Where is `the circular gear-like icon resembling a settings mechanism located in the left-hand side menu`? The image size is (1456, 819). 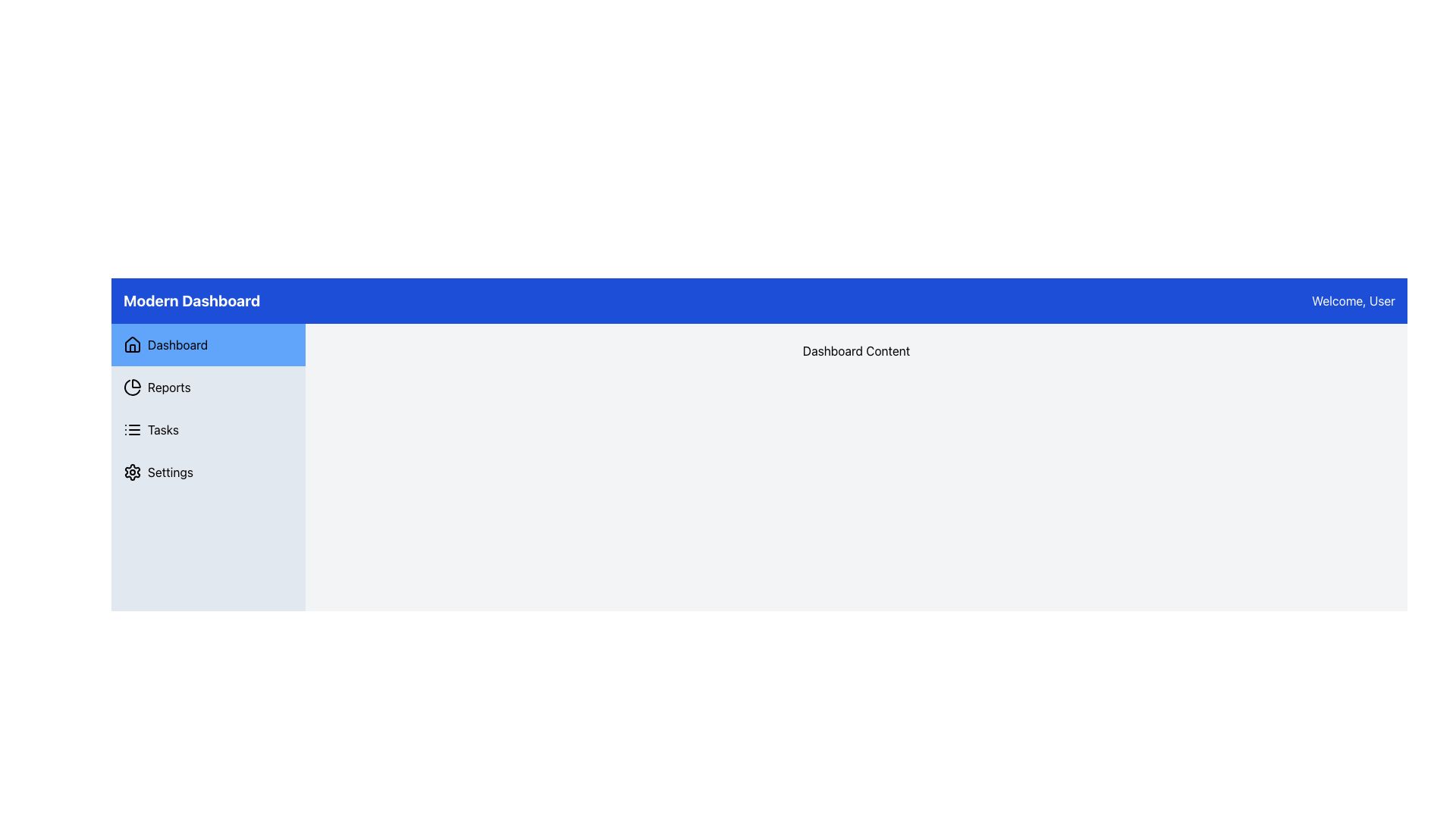 the circular gear-like icon resembling a settings mechanism located in the left-hand side menu is located at coordinates (132, 472).